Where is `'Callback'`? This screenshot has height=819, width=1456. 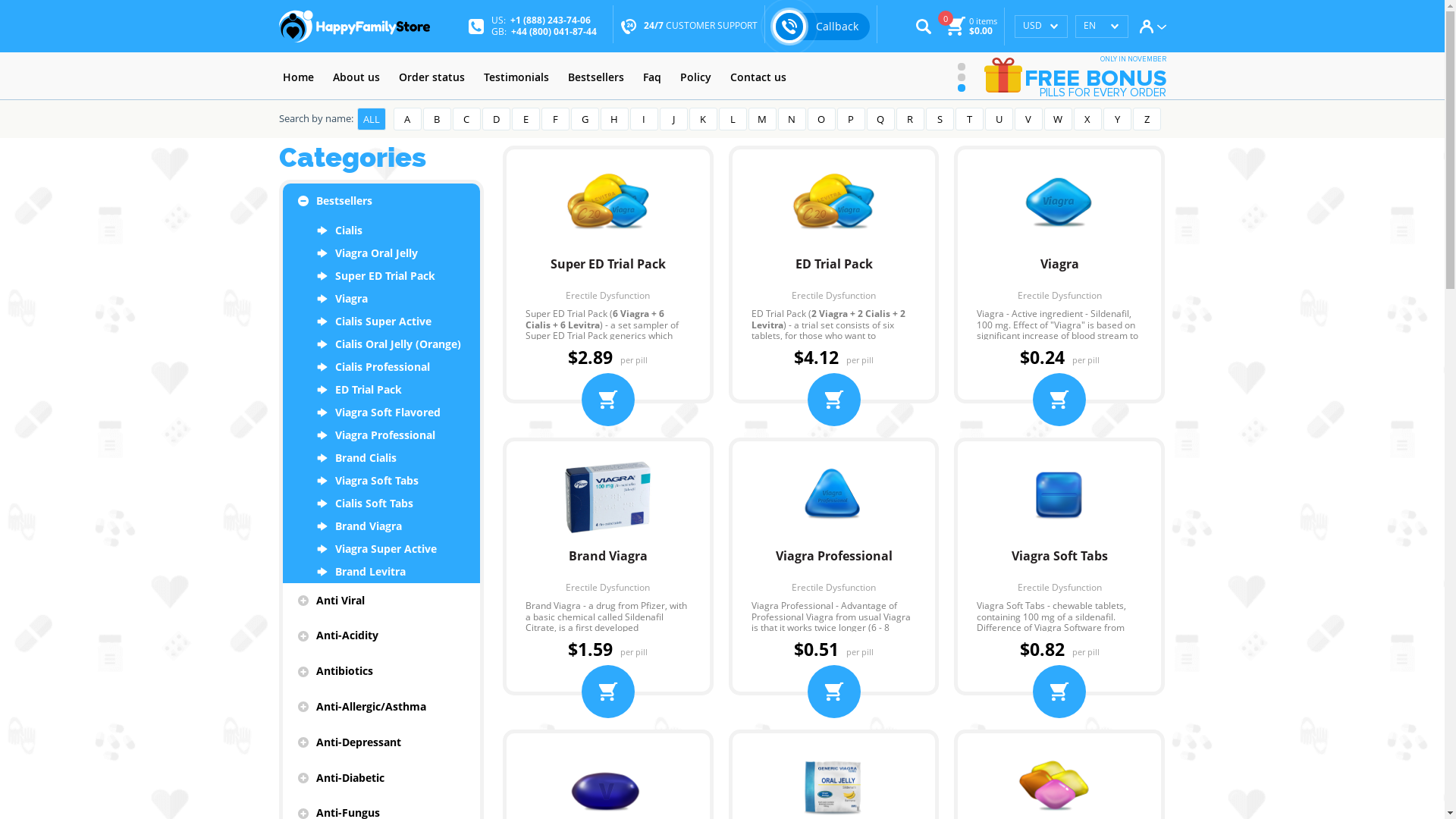 'Callback' is located at coordinates (772, 26).